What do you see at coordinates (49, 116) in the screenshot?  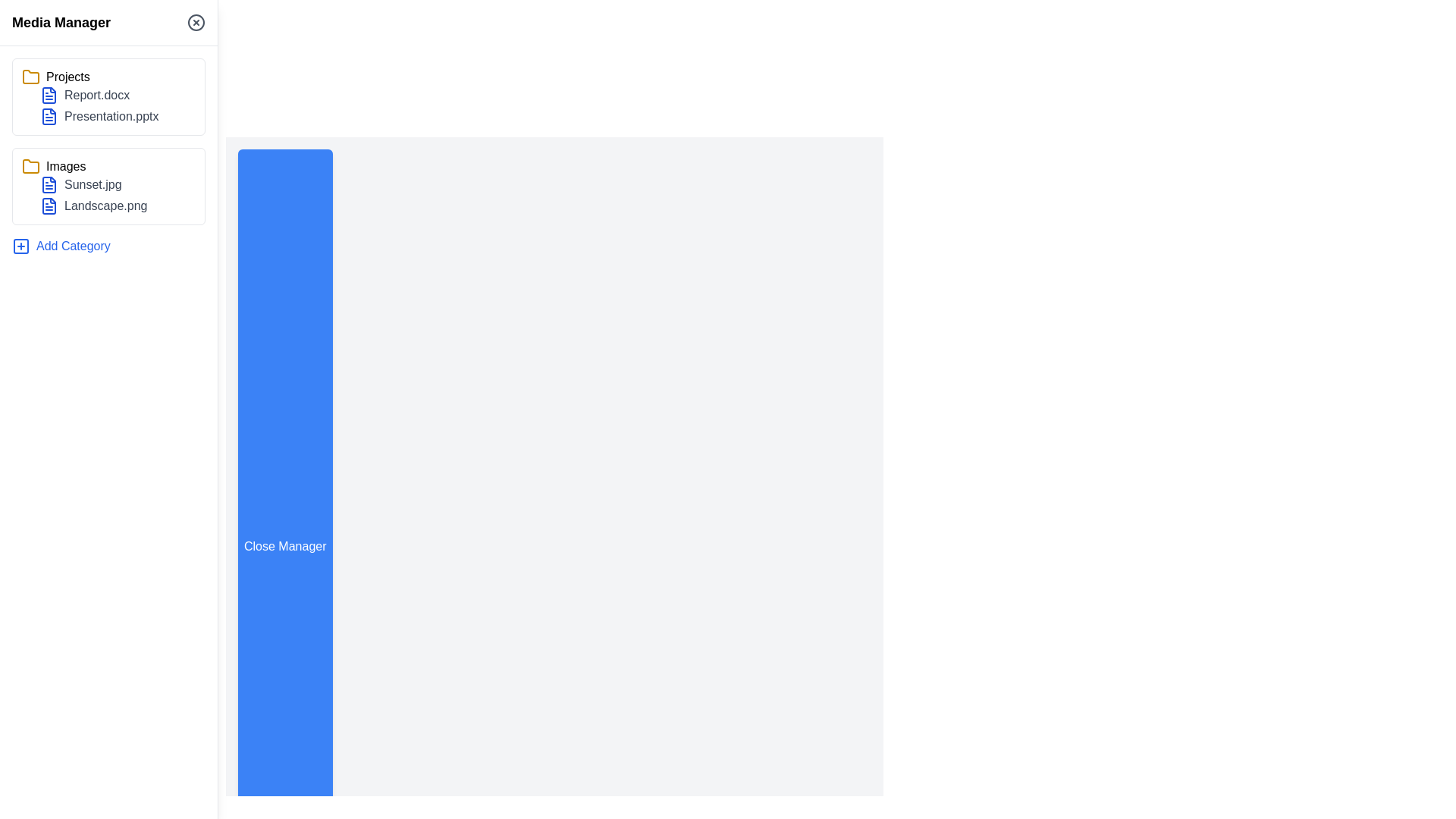 I see `the document icon represented by an SVG located in the upper-left quadrant of the left-side media manager to interact with the document it represents` at bounding box center [49, 116].